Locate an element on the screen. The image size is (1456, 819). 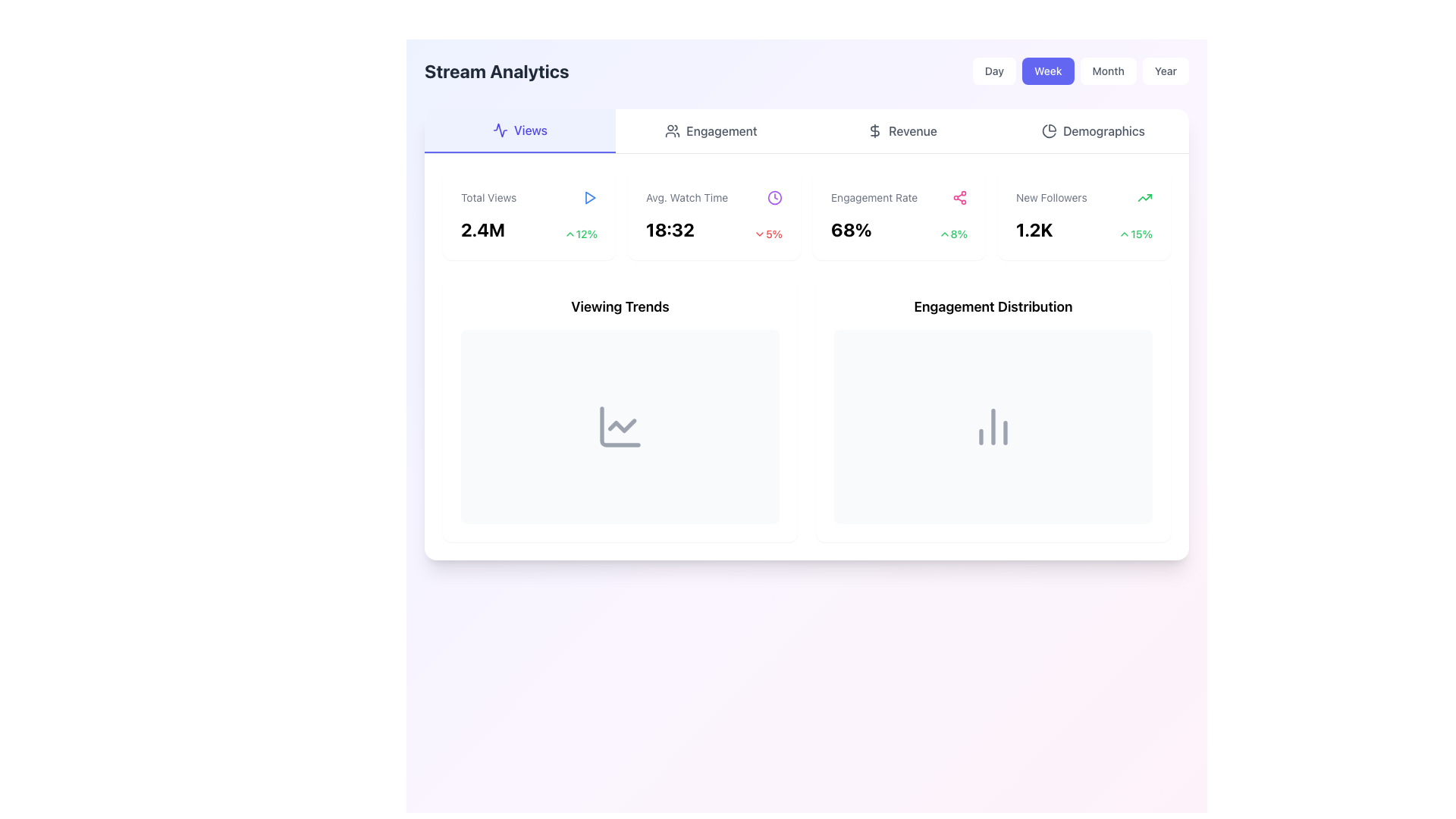
the composite UI element that displays '5%' in red with a downward-pointing chevron icon, located next to '18:32' in the summary metrics row under 'Avg. Watch Time' is located at coordinates (767, 234).